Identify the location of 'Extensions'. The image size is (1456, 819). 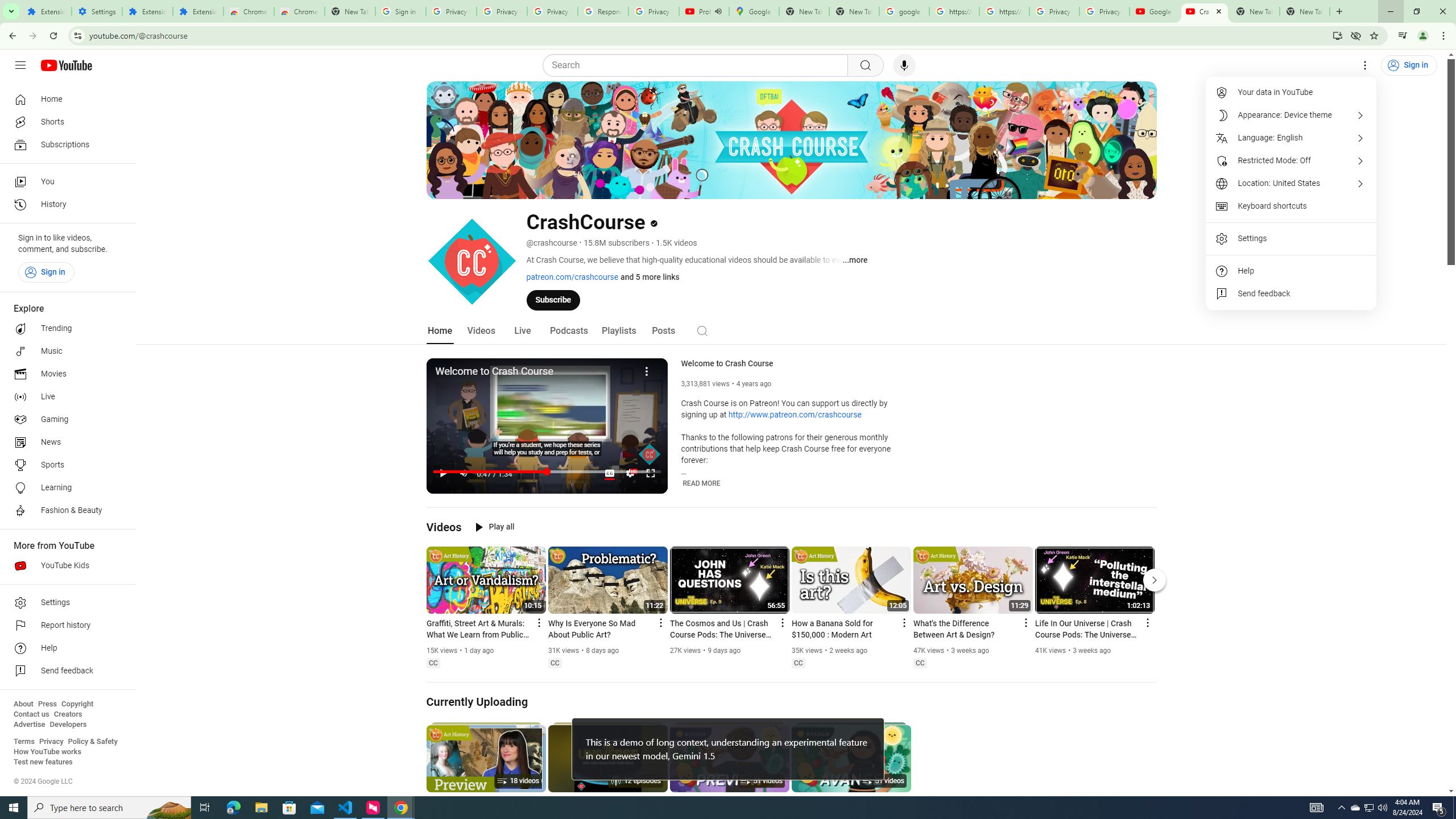
(197, 11).